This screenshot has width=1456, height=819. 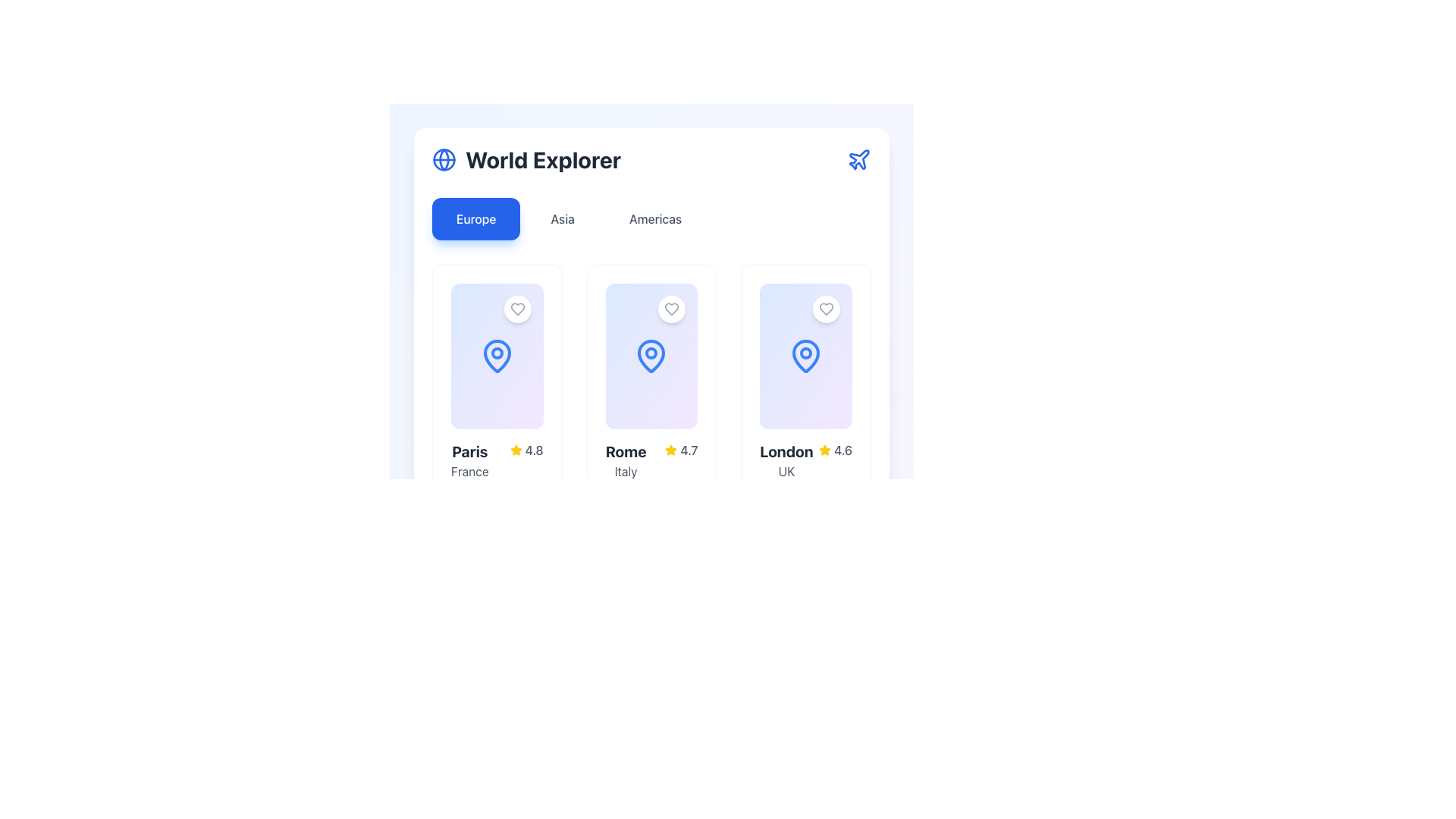 What do you see at coordinates (805, 426) in the screenshot?
I see `the third card from the left in a horizontally aligned grid that provides an overview of a featured location, including its name, country, and rating` at bounding box center [805, 426].